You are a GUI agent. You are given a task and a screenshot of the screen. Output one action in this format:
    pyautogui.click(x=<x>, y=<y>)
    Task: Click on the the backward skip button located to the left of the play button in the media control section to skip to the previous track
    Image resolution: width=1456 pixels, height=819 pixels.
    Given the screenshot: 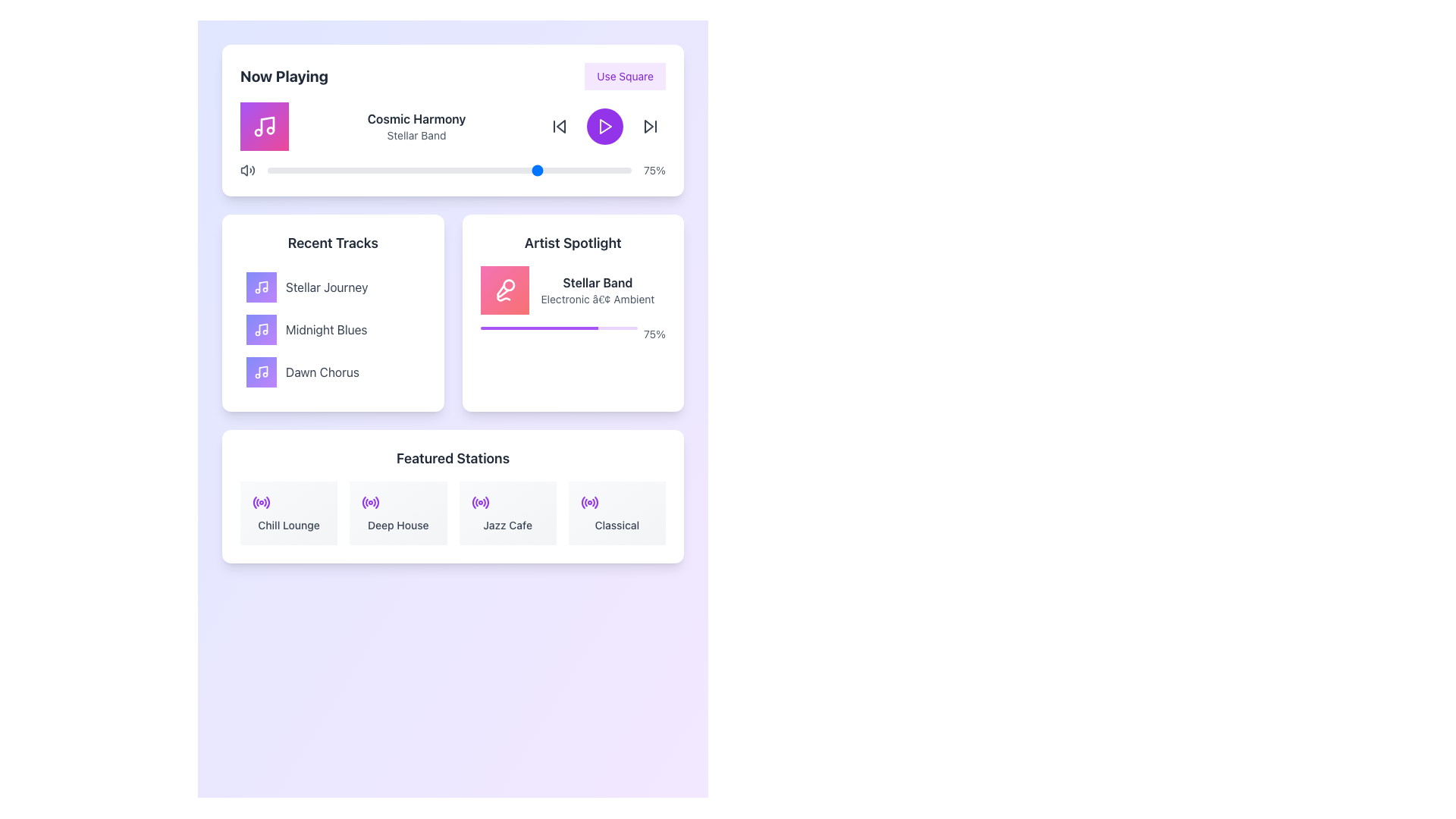 What is the action you would take?
    pyautogui.click(x=559, y=125)
    